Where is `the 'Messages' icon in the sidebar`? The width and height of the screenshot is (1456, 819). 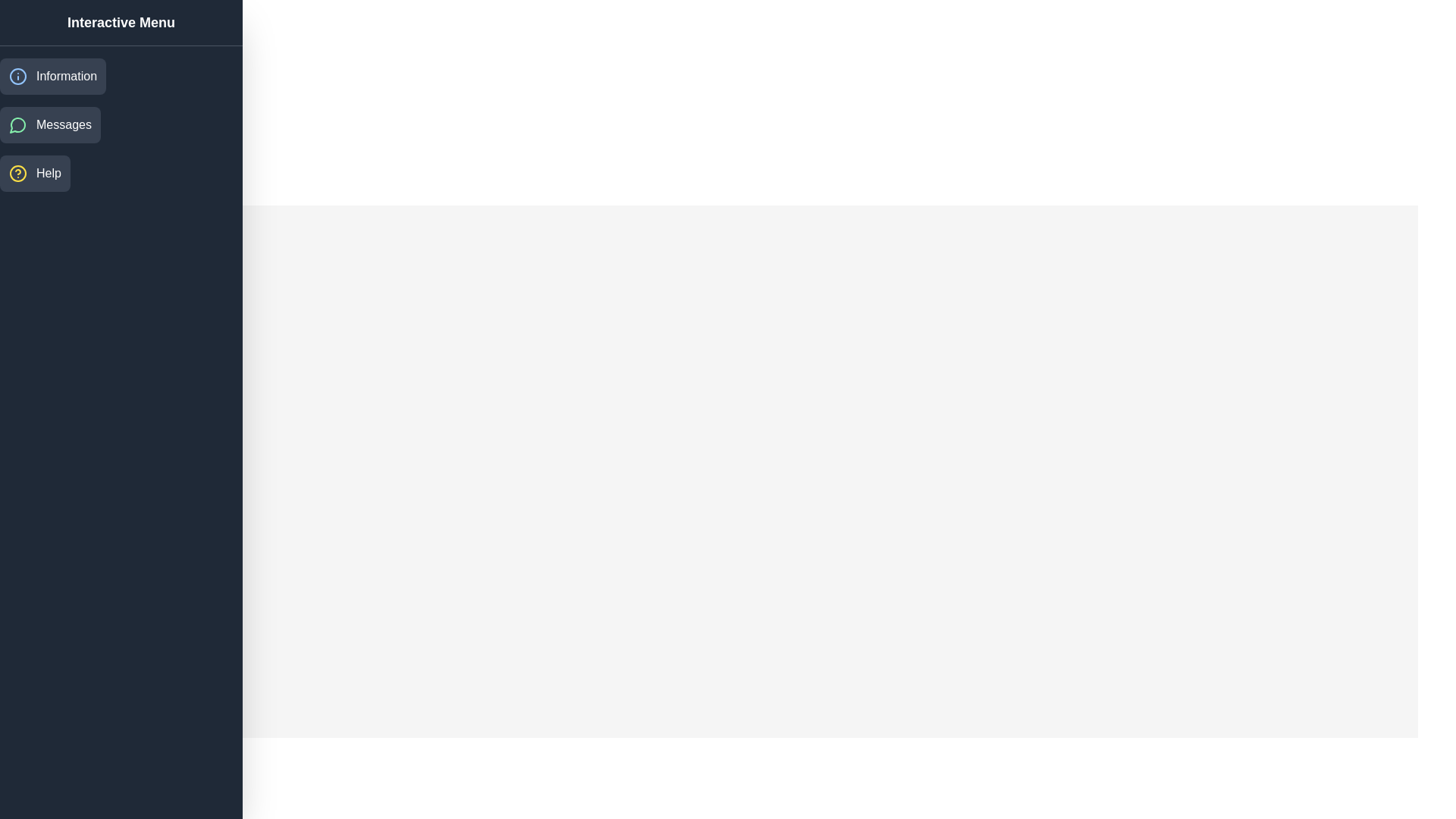 the 'Messages' icon in the sidebar is located at coordinates (18, 124).